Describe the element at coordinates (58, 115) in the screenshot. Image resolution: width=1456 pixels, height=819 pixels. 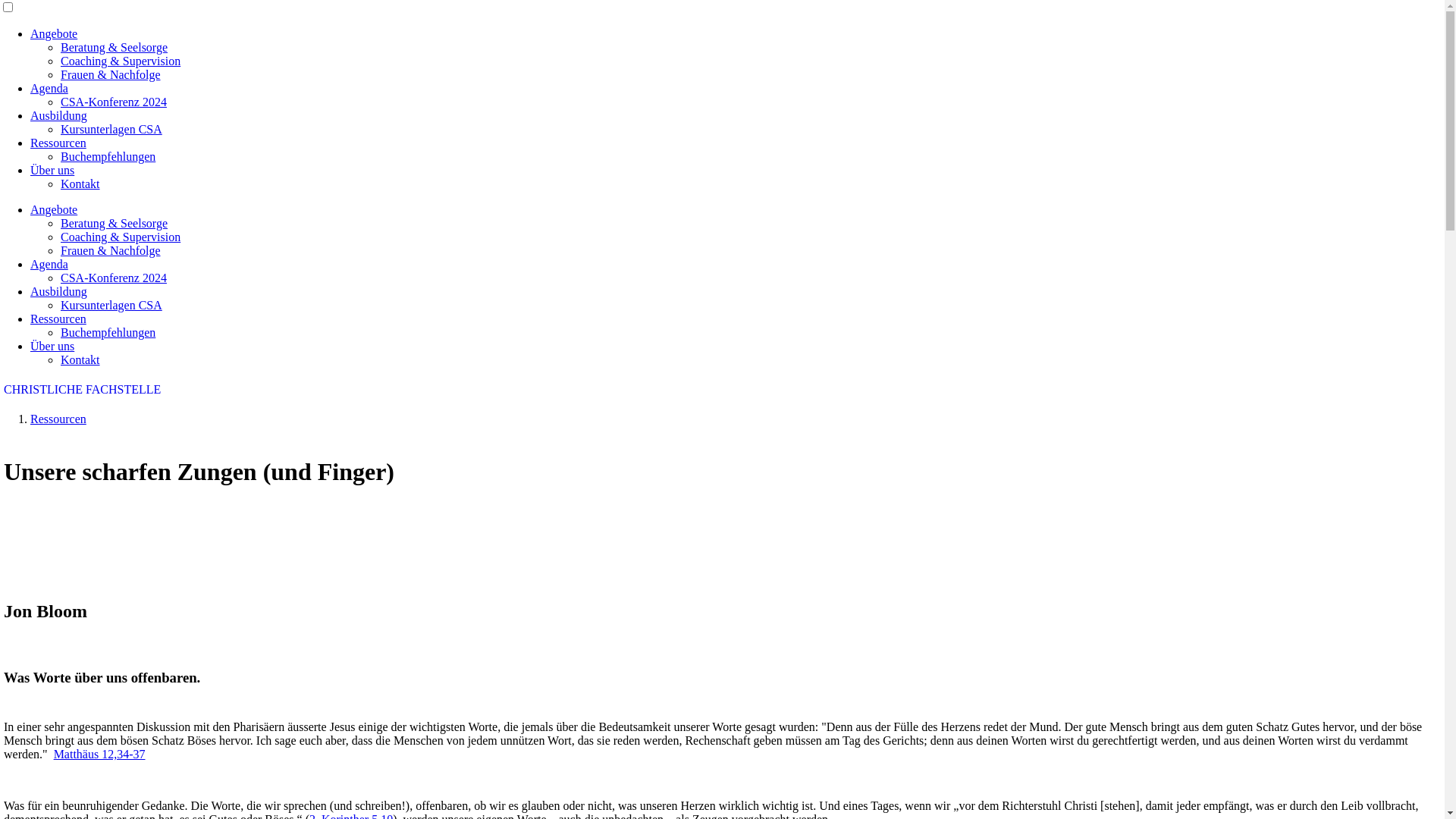
I see `'Ausbildung'` at that location.